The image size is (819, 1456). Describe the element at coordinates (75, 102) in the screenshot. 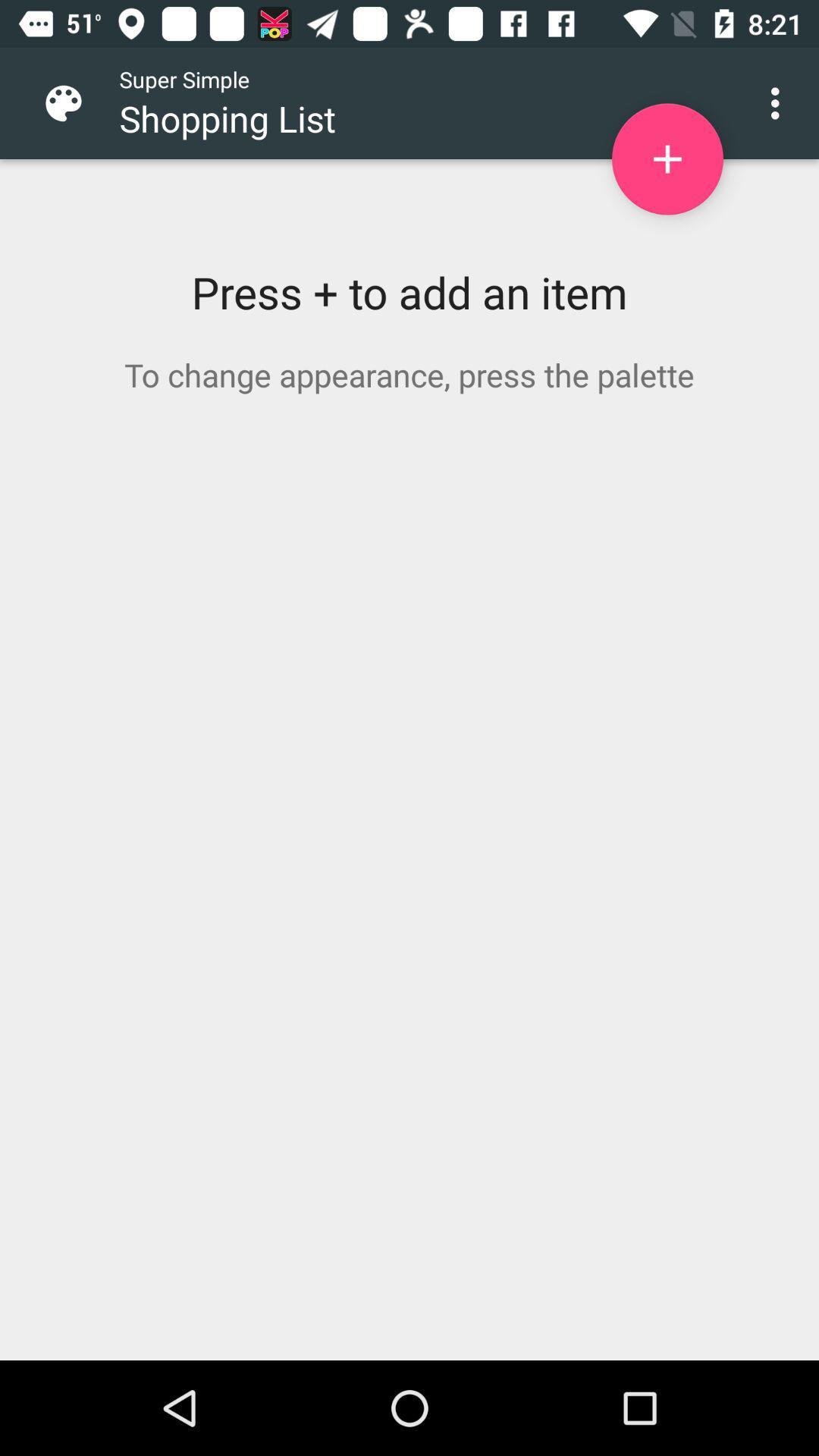

I see `open categories` at that location.